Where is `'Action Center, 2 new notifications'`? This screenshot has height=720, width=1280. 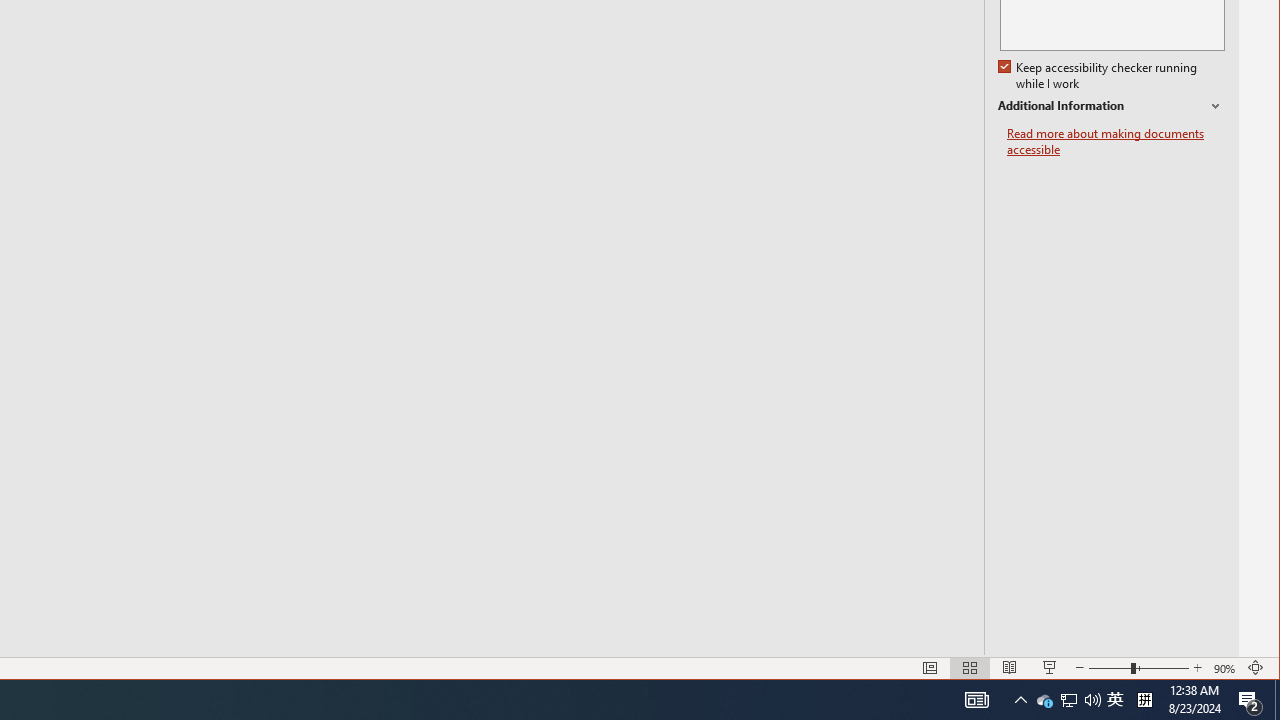
'Action Center, 2 new notifications' is located at coordinates (1250, 698).